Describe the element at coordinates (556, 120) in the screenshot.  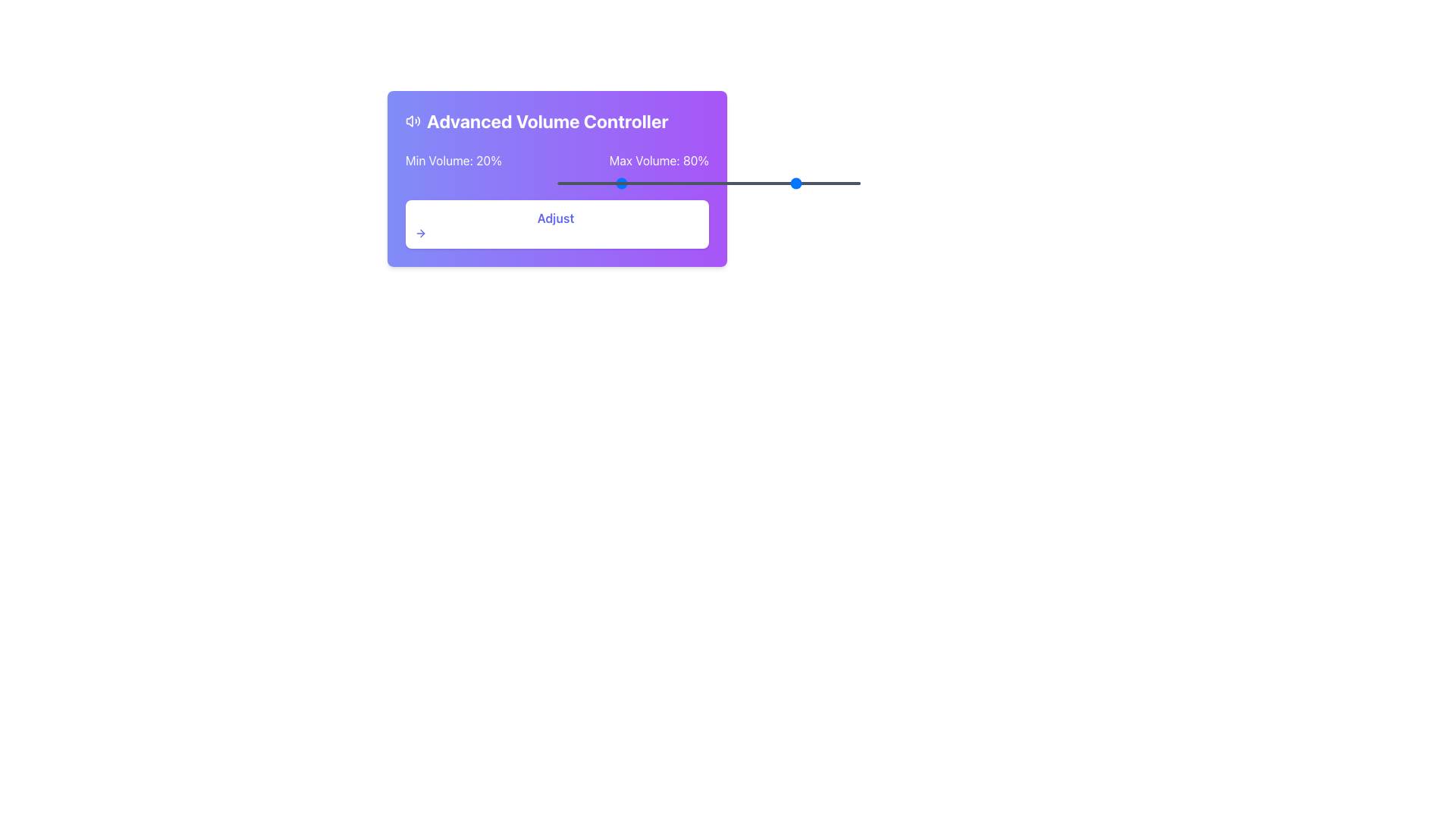
I see `the Title header displaying 'Advanced Volume Controller' with the accompanying volume icon, which is prominently styled and positioned at the top of its gradient background block` at that location.